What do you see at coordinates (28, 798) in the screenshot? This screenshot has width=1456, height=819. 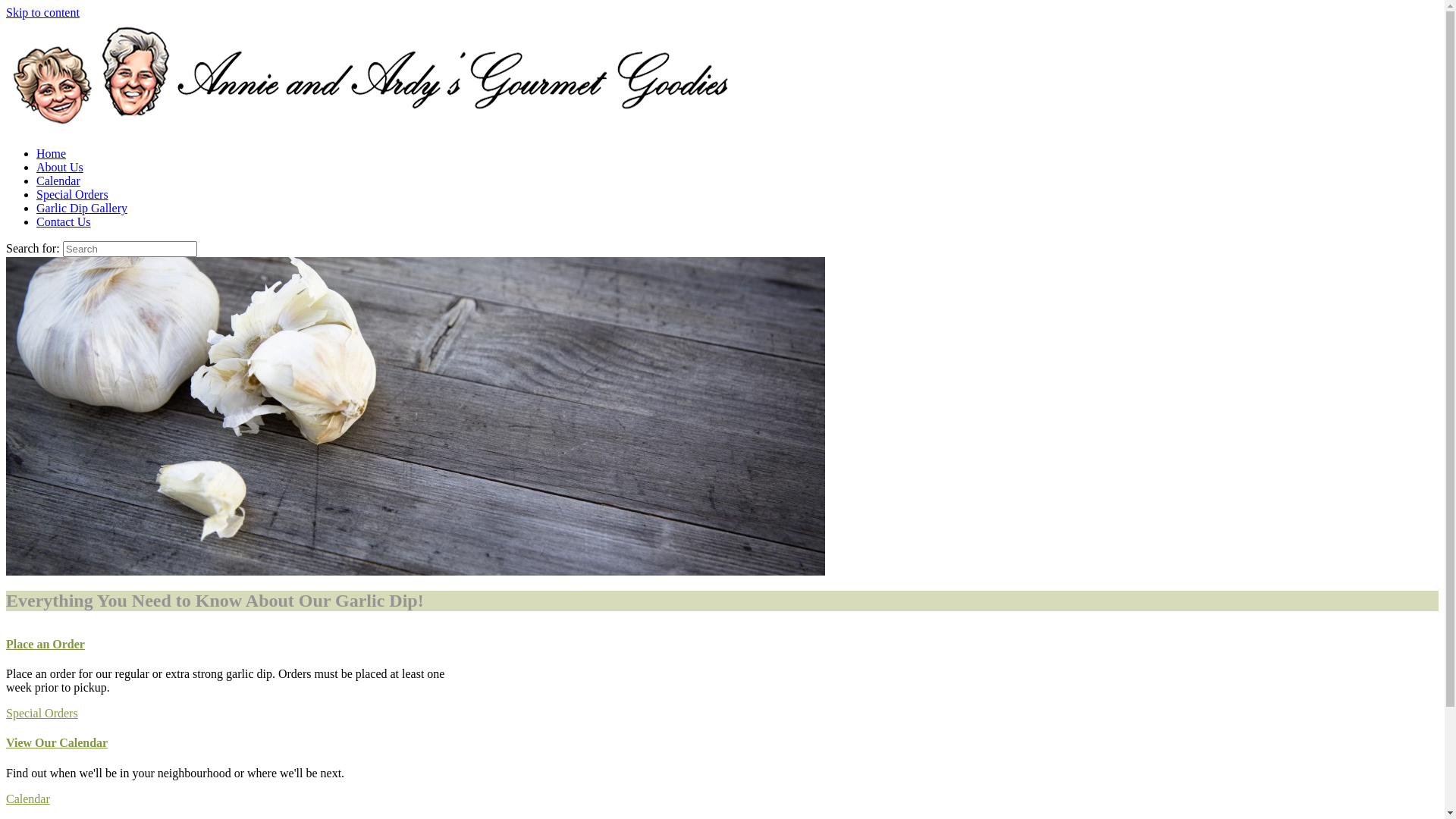 I see `'Calendar'` at bounding box center [28, 798].